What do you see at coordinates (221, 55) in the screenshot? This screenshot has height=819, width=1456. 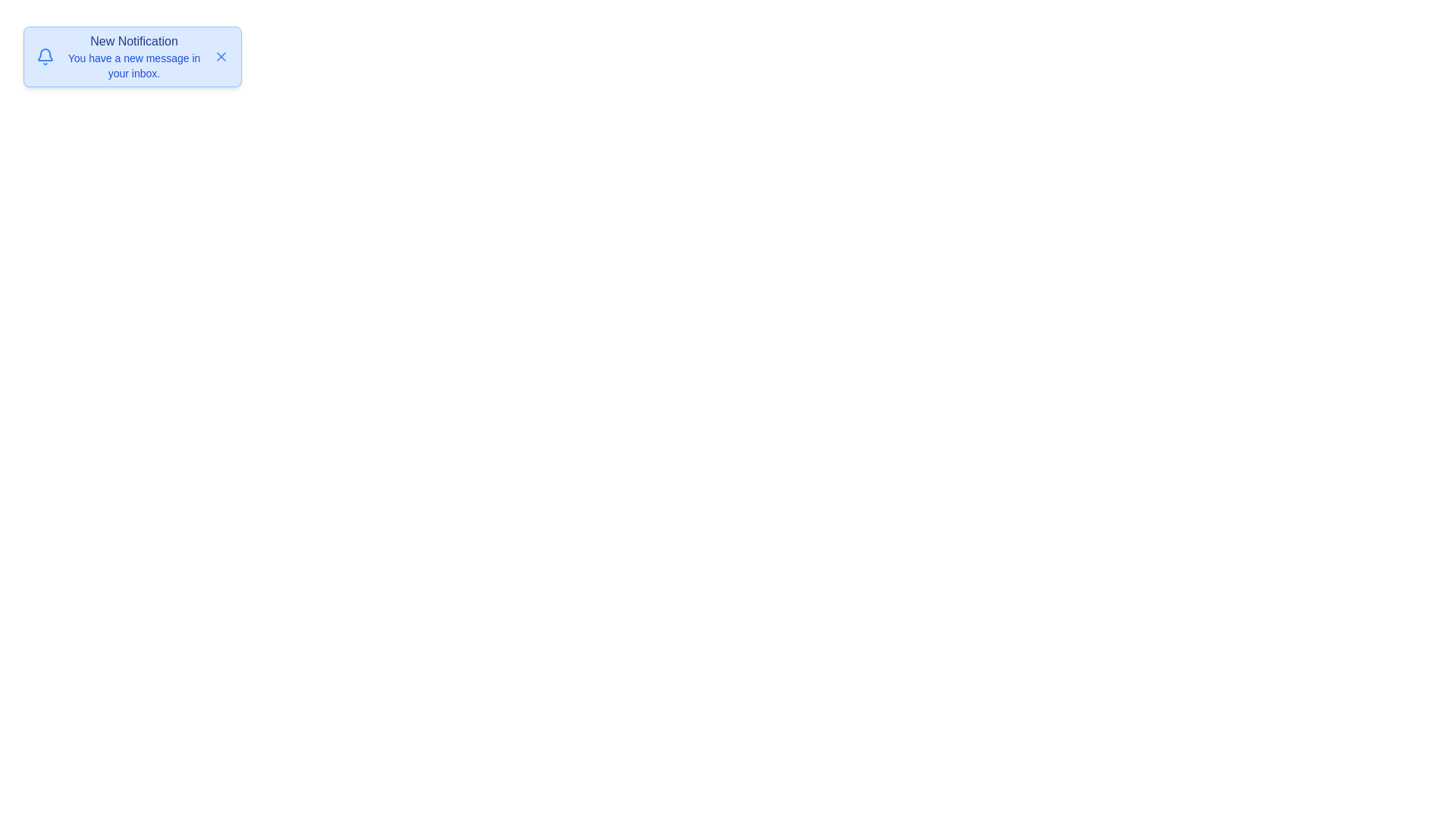 I see `the close button located at the top right corner of the notification card` at bounding box center [221, 55].